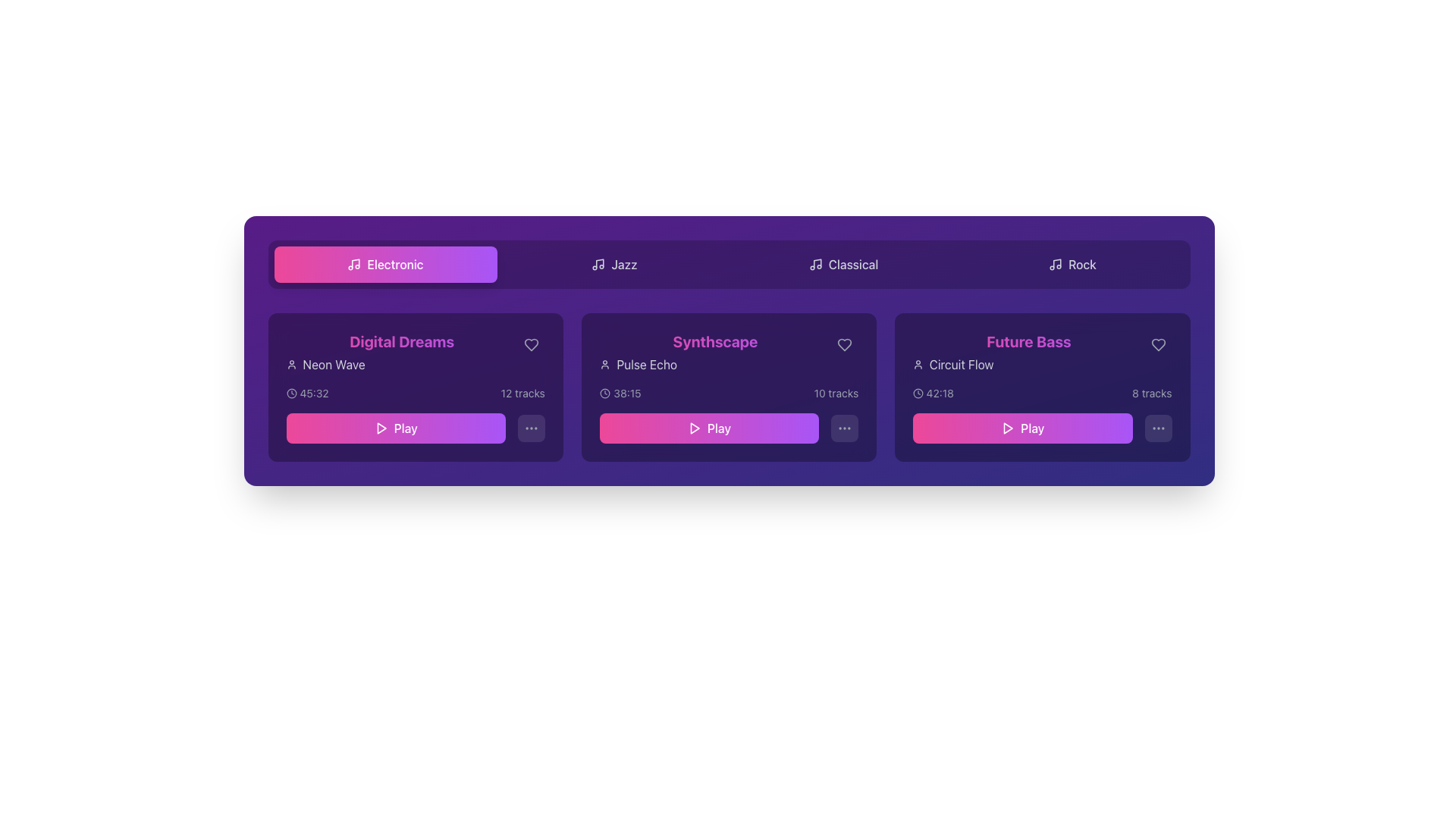 Image resolution: width=1456 pixels, height=819 pixels. Describe the element at coordinates (729, 428) in the screenshot. I see `the 'Play' button with a gradient background and a play symbol icon located in the lower portion of the 'Synthscape' card` at that location.